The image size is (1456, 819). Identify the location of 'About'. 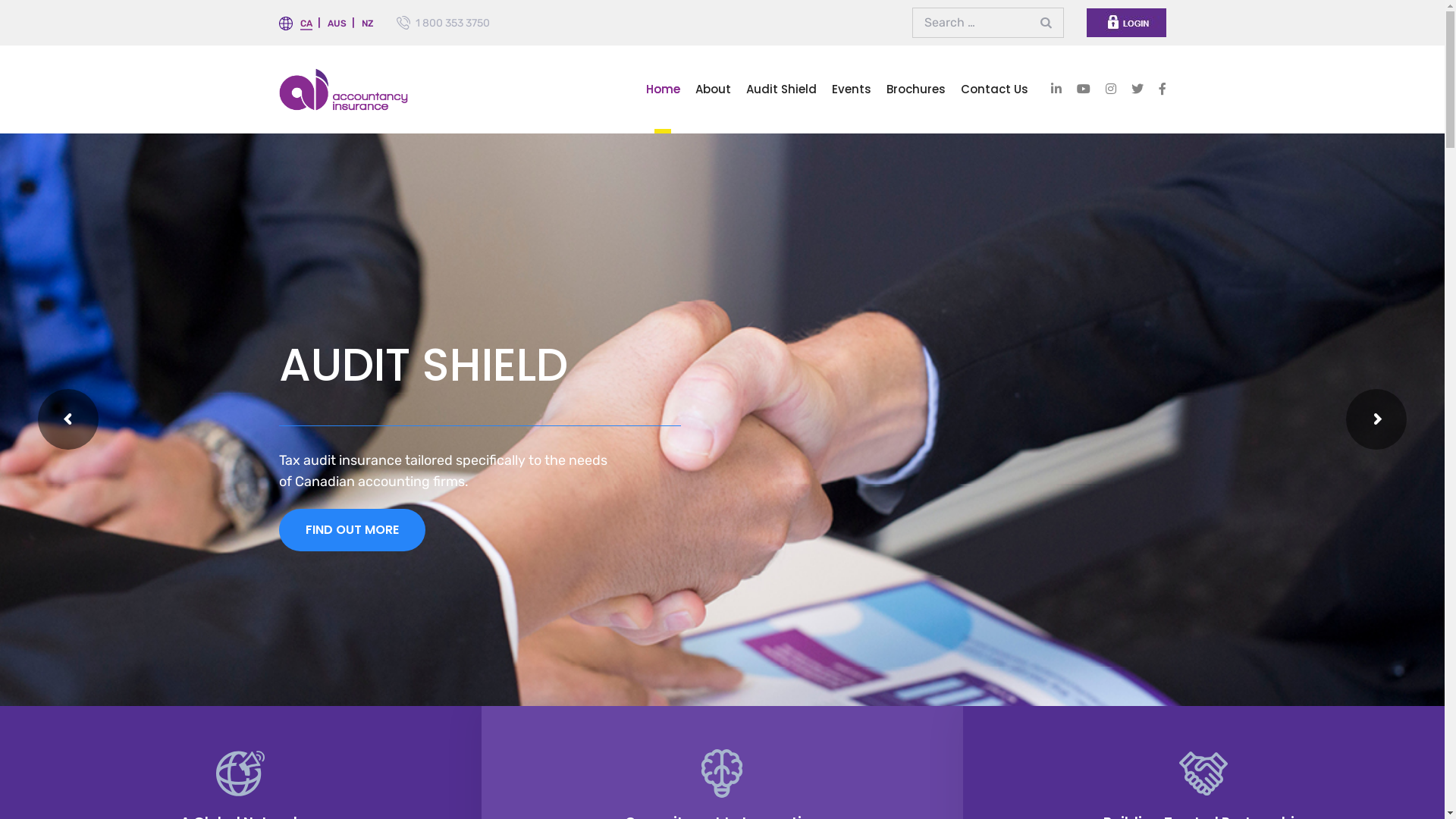
(711, 89).